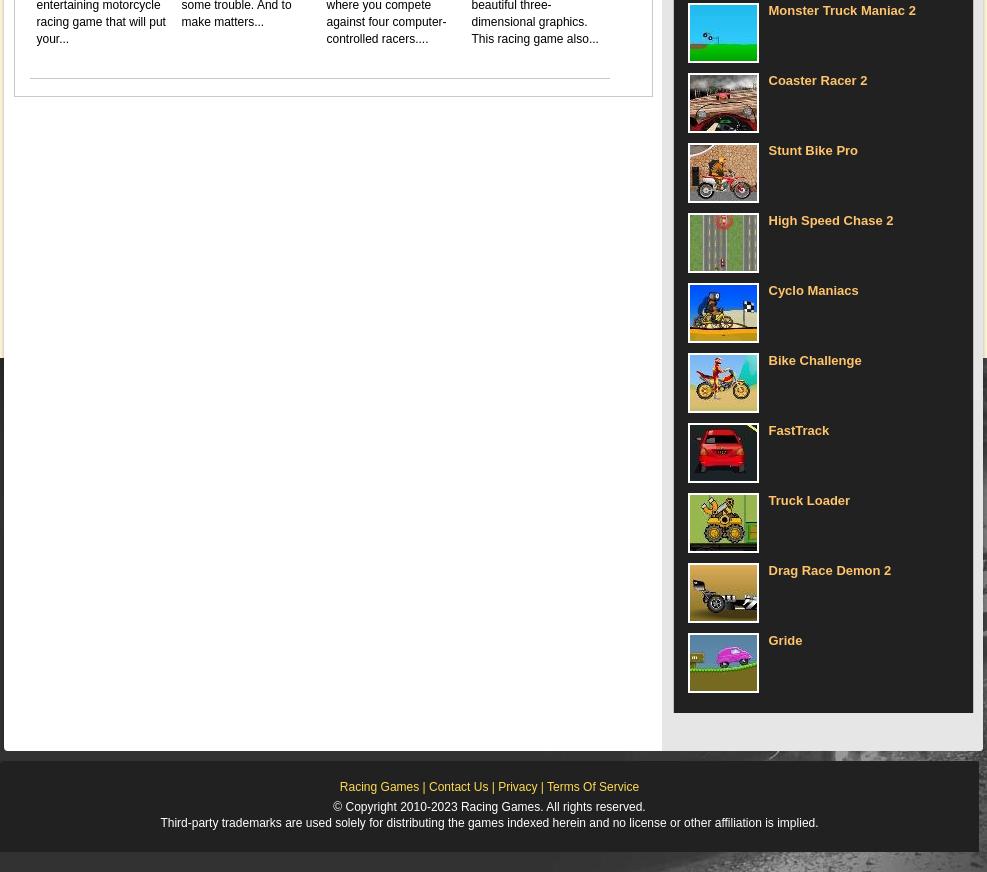 The height and width of the screenshot is (872, 987). Describe the element at coordinates (830, 218) in the screenshot. I see `'High Speed Chase 2'` at that location.